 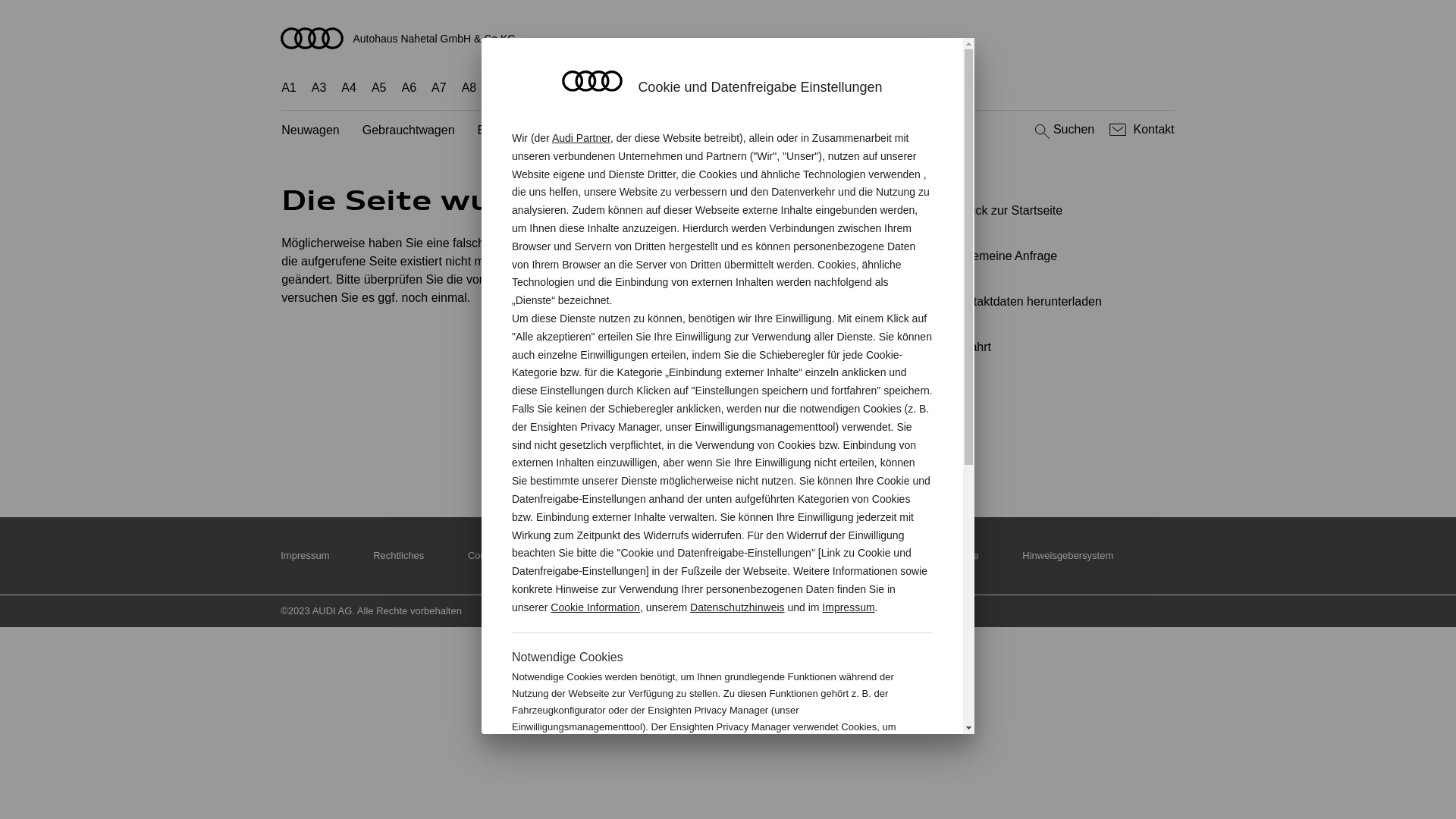 What do you see at coordinates (467, 555) in the screenshot?
I see `'Cookie Policy'` at bounding box center [467, 555].